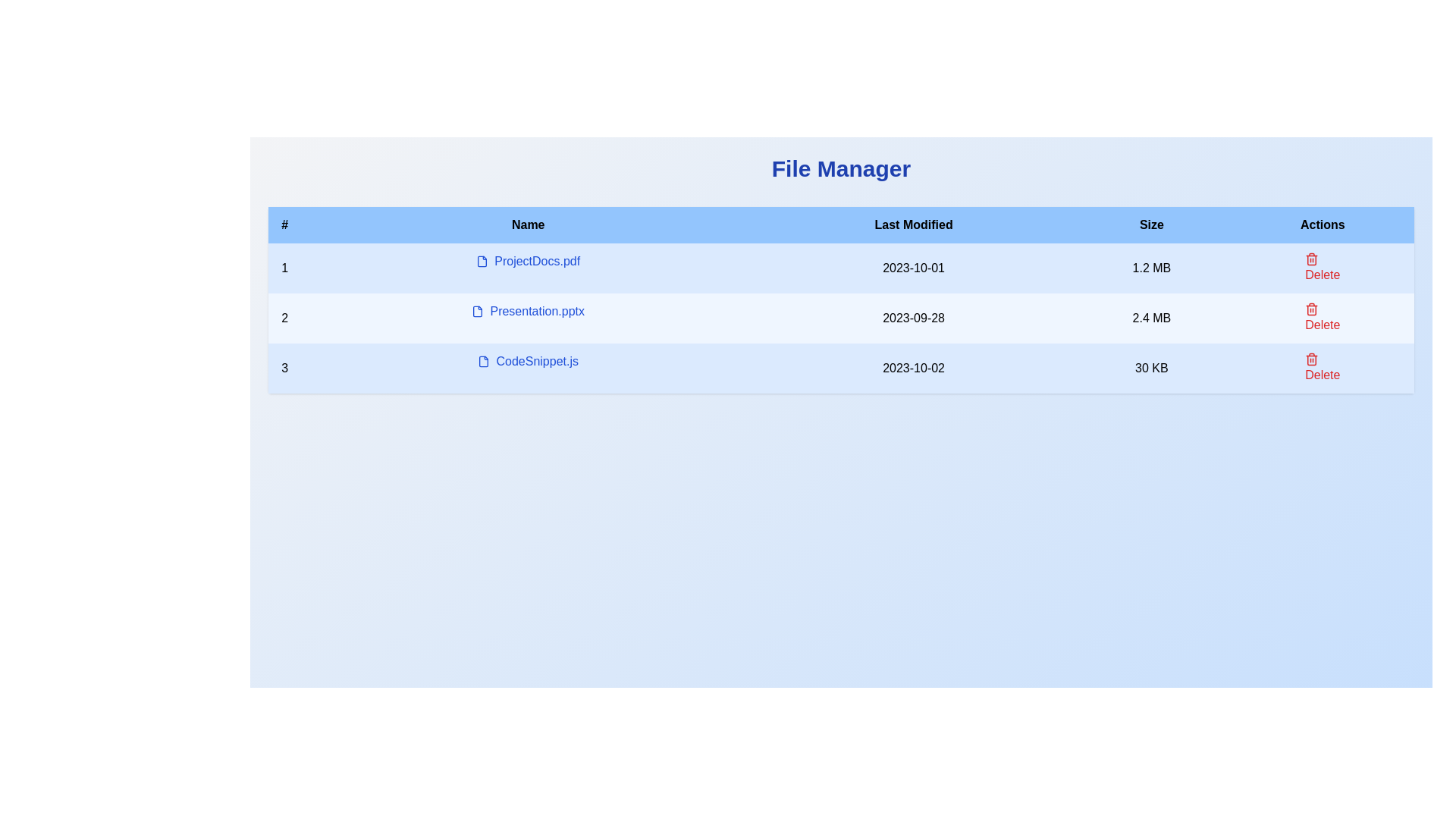 The width and height of the screenshot is (1456, 819). What do you see at coordinates (1321, 369) in the screenshot?
I see `the 'Delete' button with red text and a trashcan icon located in the last column of the third row in the table to initiate deletion` at bounding box center [1321, 369].